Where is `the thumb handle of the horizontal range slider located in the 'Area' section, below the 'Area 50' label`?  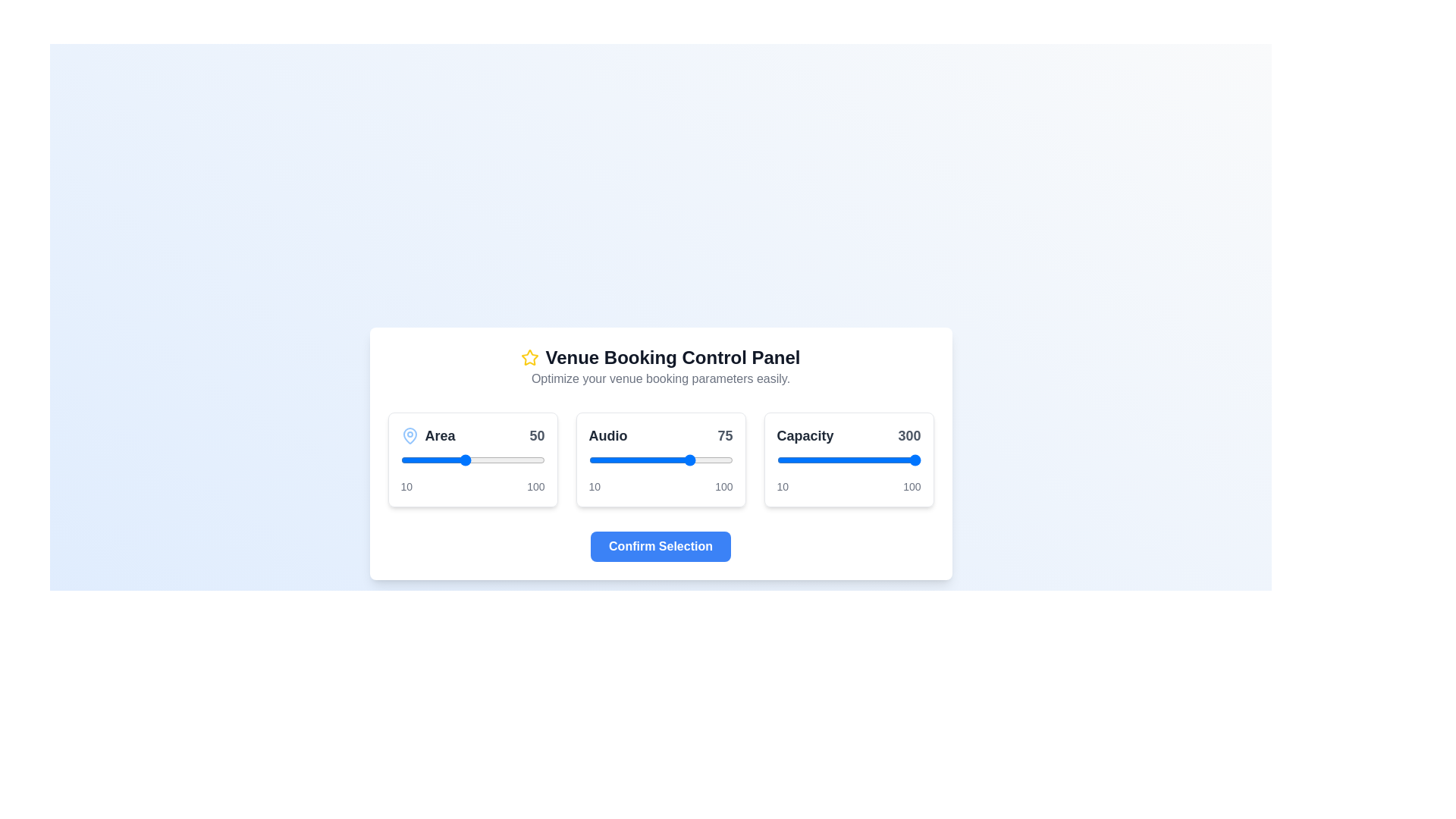 the thumb handle of the horizontal range slider located in the 'Area' section, below the 'Area 50' label is located at coordinates (472, 459).